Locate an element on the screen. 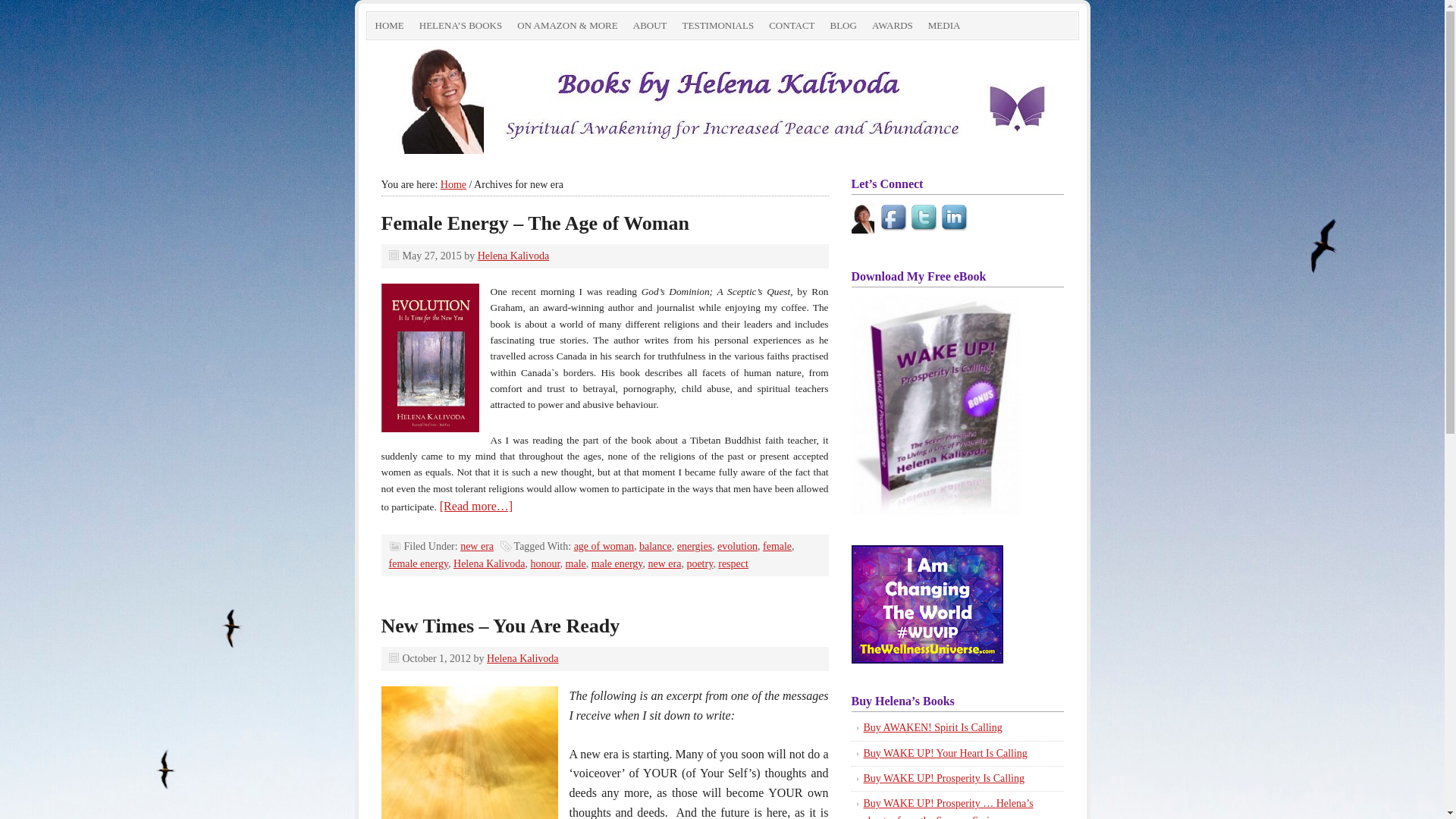  'Buy WAKE UP! Your Heart Is Calling' is located at coordinates (944, 753).